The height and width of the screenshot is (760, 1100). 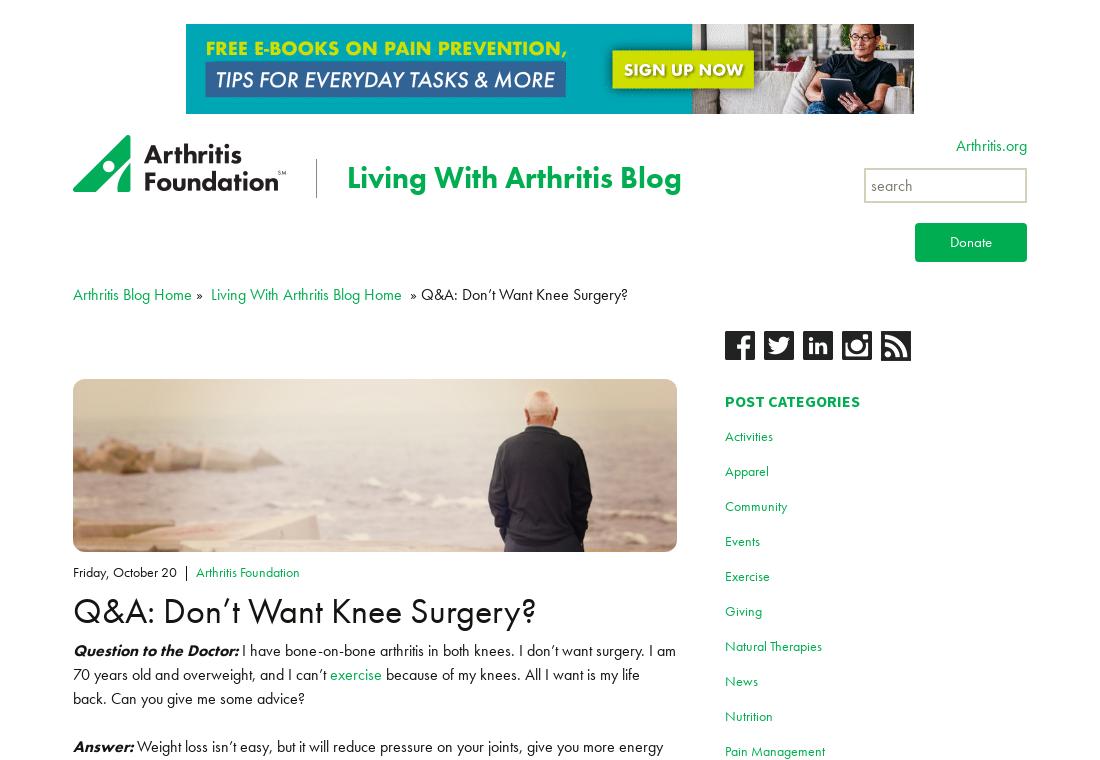 What do you see at coordinates (356, 686) in the screenshot?
I see `'because of my knees. All I want is my life back. Can you give me some advice?'` at bounding box center [356, 686].